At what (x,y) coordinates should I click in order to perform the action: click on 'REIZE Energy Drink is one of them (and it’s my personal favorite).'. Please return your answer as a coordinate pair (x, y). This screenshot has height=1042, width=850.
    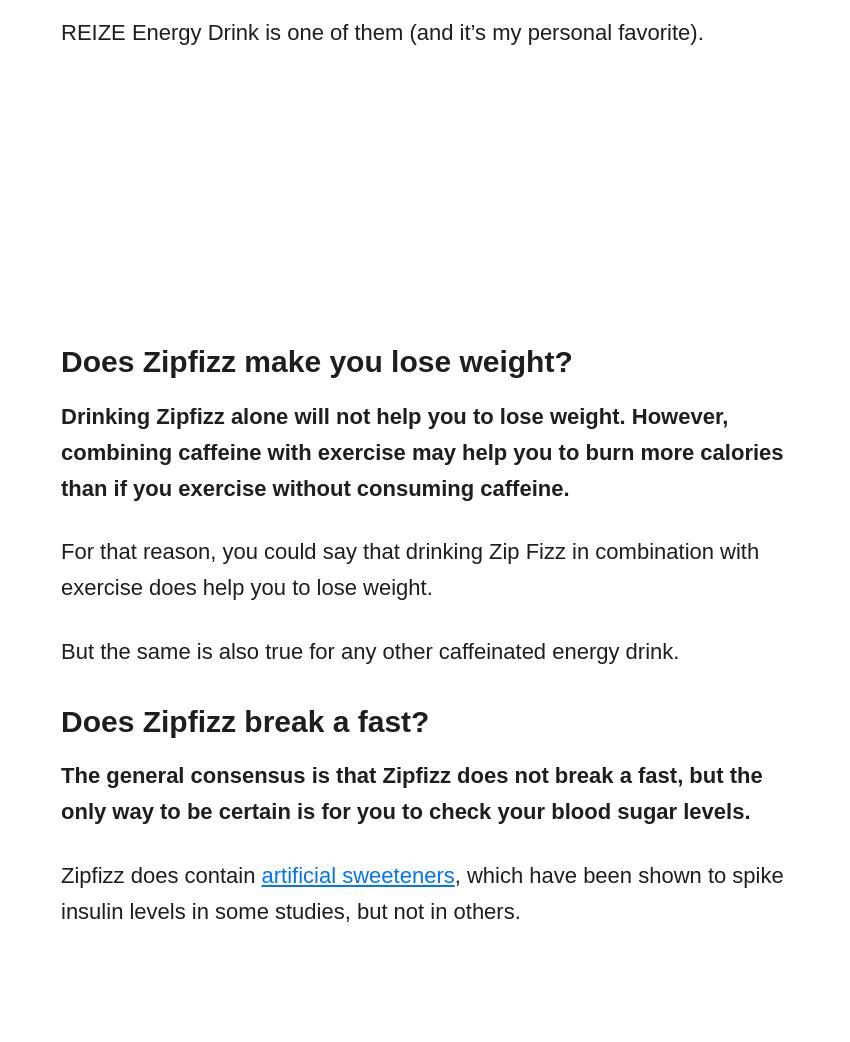
    Looking at the image, I should click on (380, 30).